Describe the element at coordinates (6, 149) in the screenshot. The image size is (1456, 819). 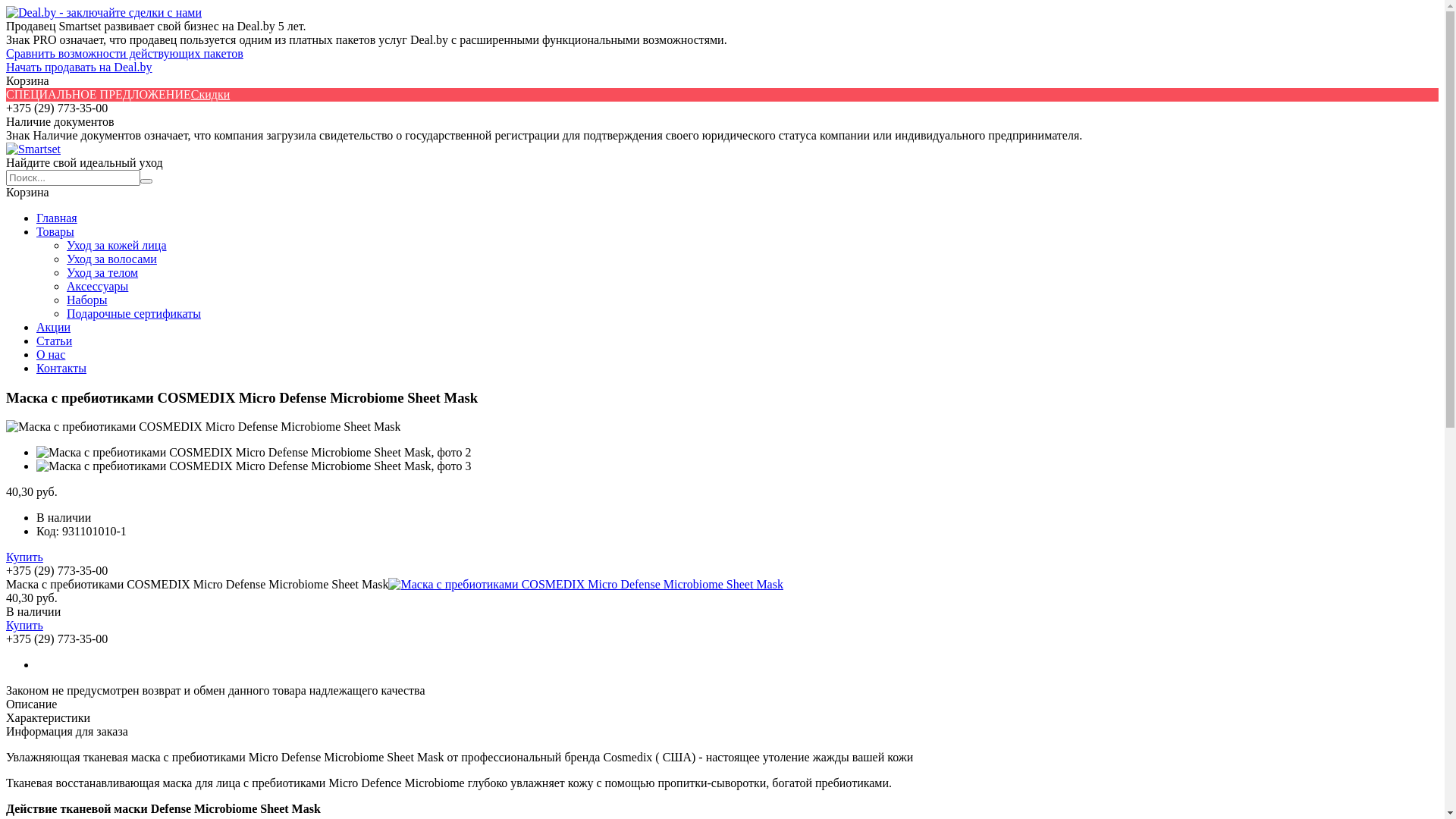
I see `'Smartset'` at that location.